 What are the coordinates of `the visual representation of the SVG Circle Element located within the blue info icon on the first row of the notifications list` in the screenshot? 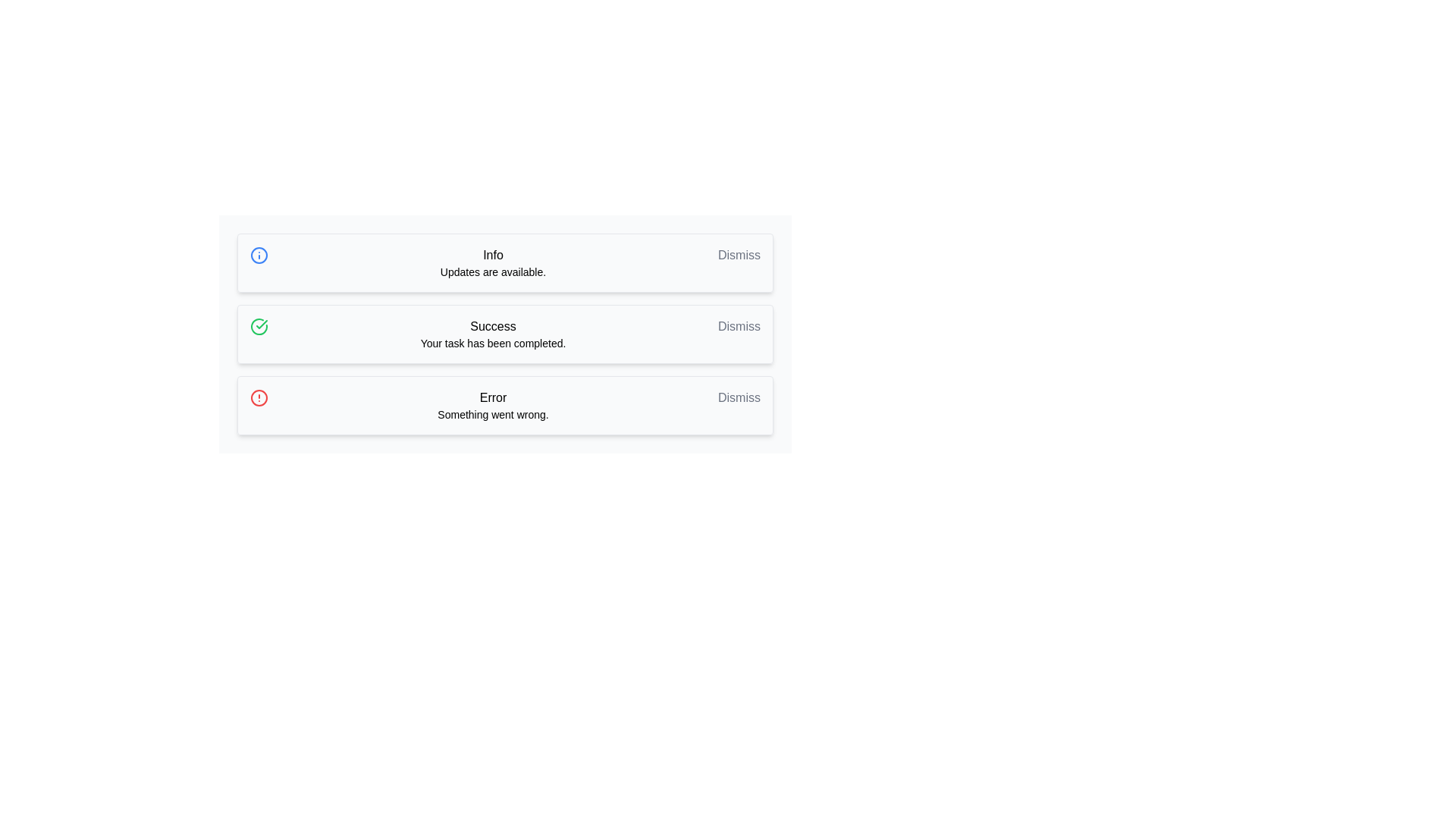 It's located at (259, 254).